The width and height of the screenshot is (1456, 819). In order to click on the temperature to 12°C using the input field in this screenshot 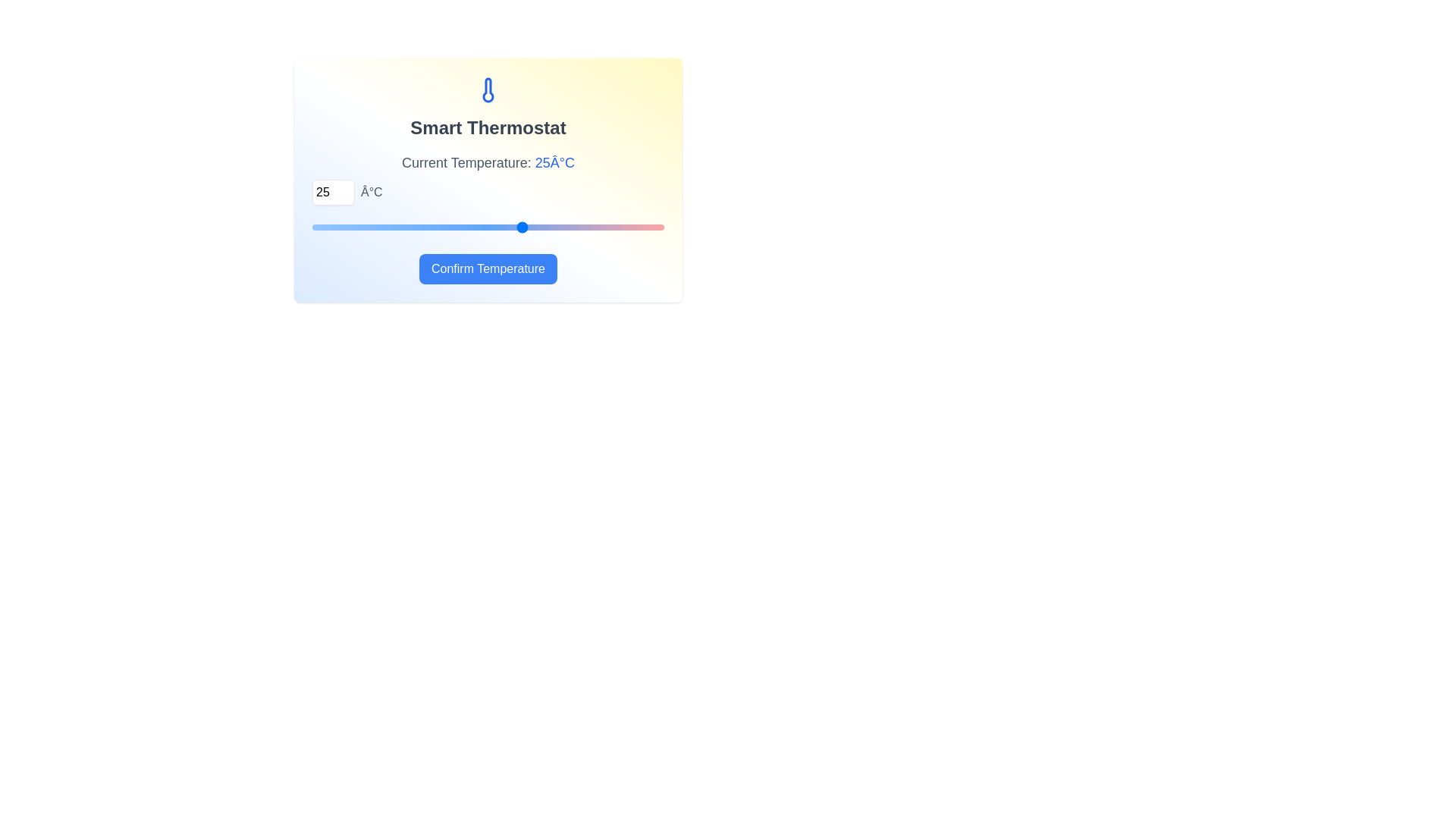, I will do `click(333, 192)`.